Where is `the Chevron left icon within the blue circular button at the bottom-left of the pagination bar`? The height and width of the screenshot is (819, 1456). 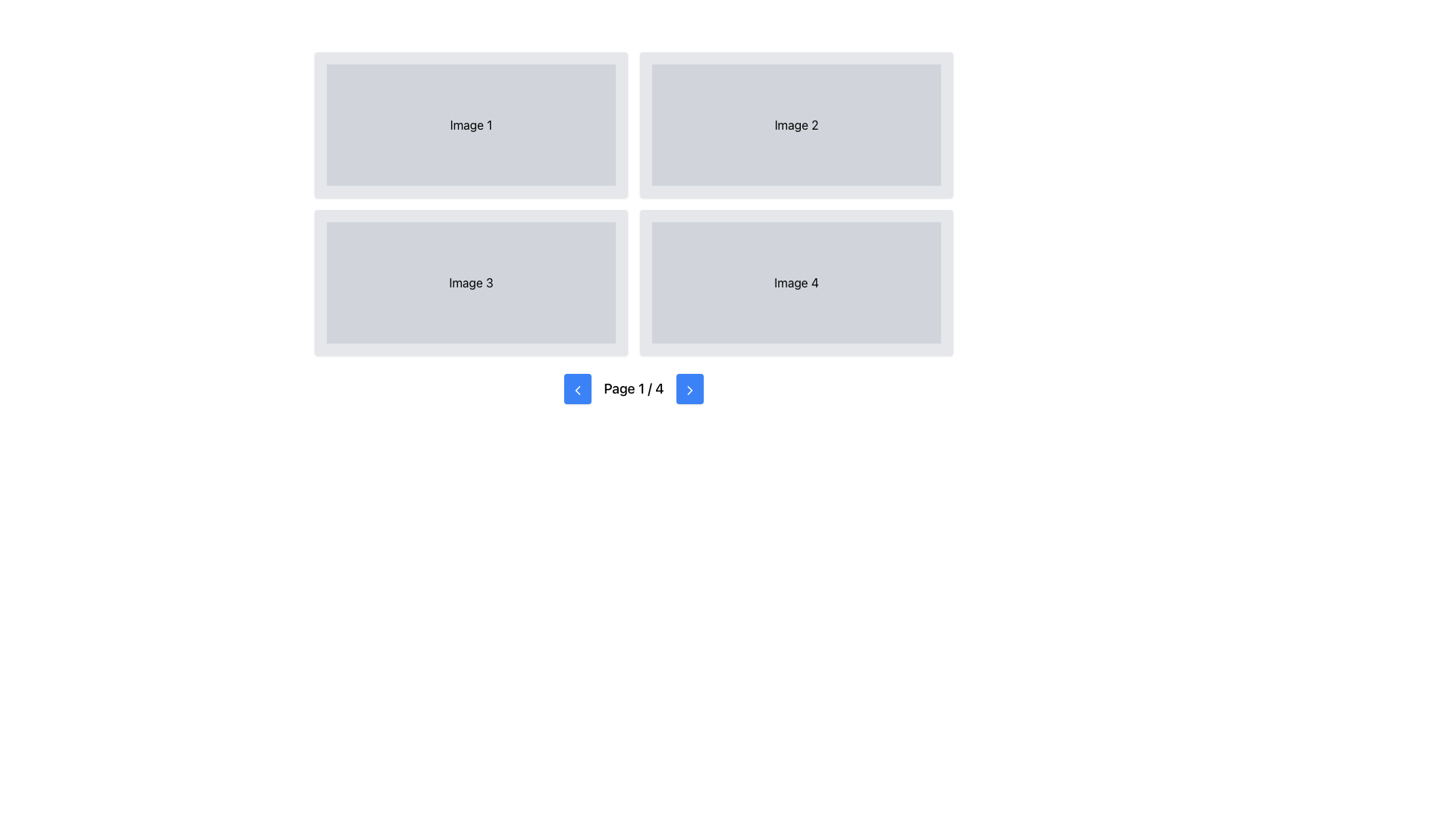 the Chevron left icon within the blue circular button at the bottom-left of the pagination bar is located at coordinates (577, 389).